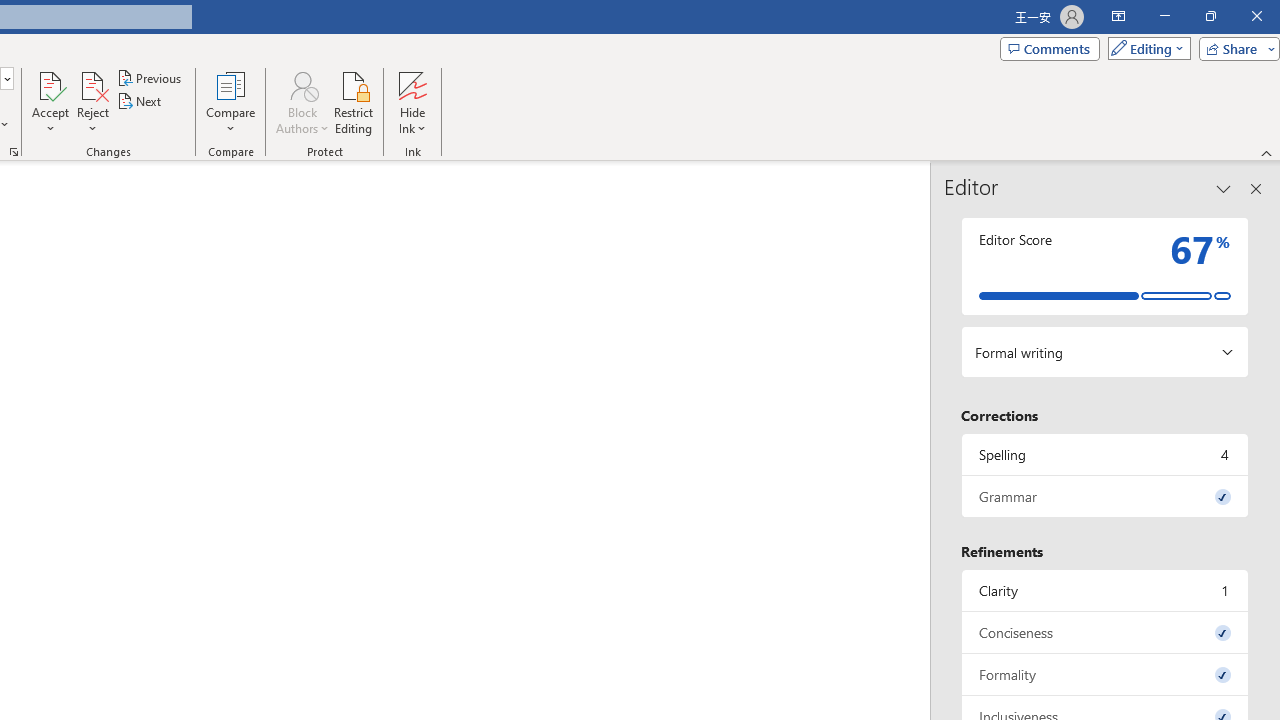 This screenshot has height=720, width=1280. What do you see at coordinates (301, 103) in the screenshot?
I see `'Block Authors'` at bounding box center [301, 103].